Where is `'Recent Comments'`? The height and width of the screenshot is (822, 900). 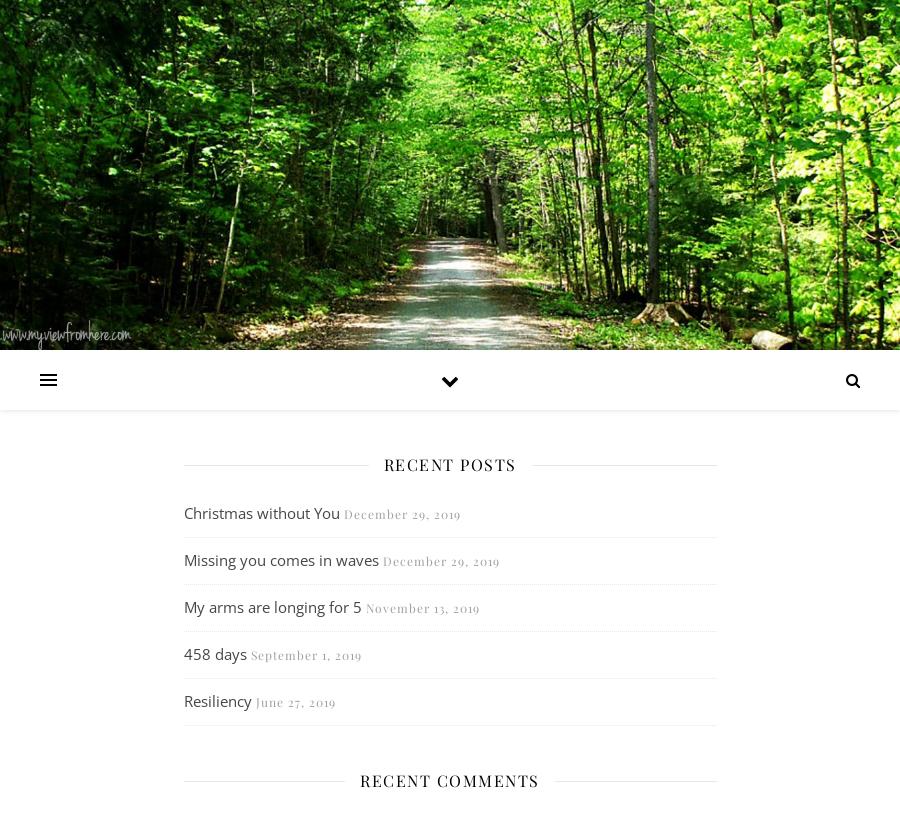
'Recent Comments' is located at coordinates (449, 779).